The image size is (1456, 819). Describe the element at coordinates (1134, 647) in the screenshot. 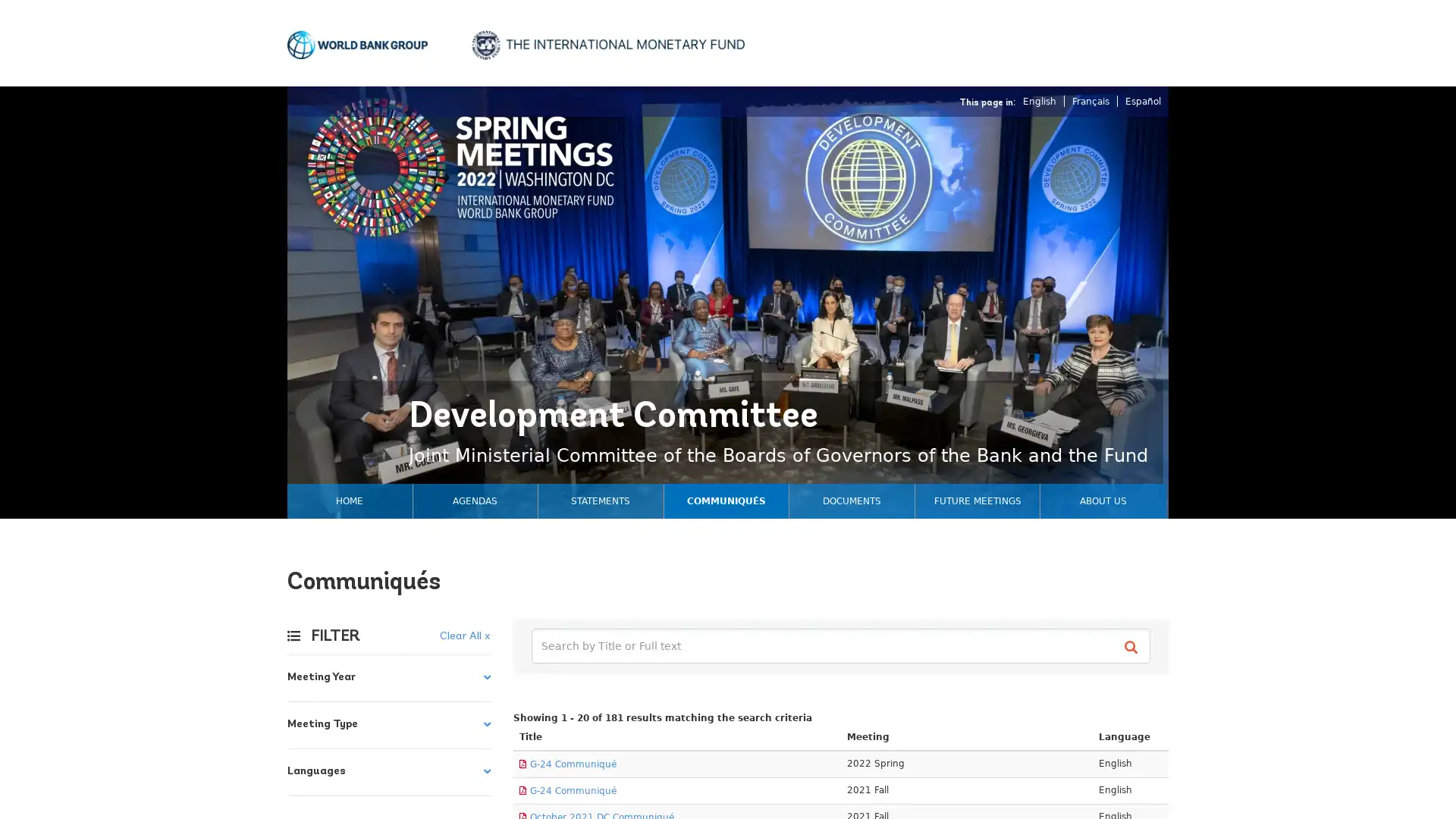

I see `<i class="fas fa-search"></i>` at that location.